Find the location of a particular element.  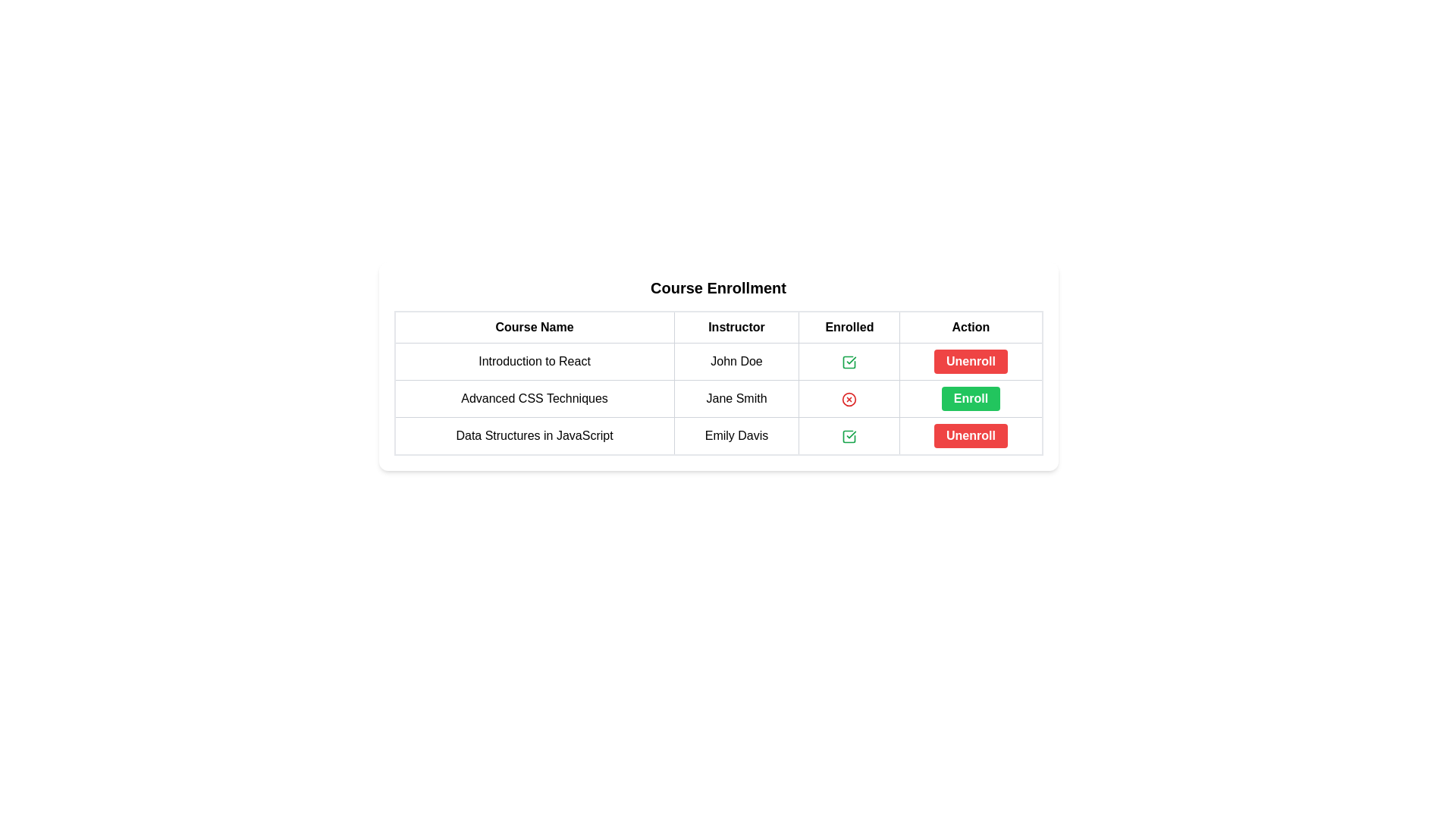

the red 'Unenroll' button with rounded corners located in the 'Action' column of the 'Course Enrollment' table for 'Data Structures in JavaScript' to unenroll from the course is located at coordinates (971, 435).